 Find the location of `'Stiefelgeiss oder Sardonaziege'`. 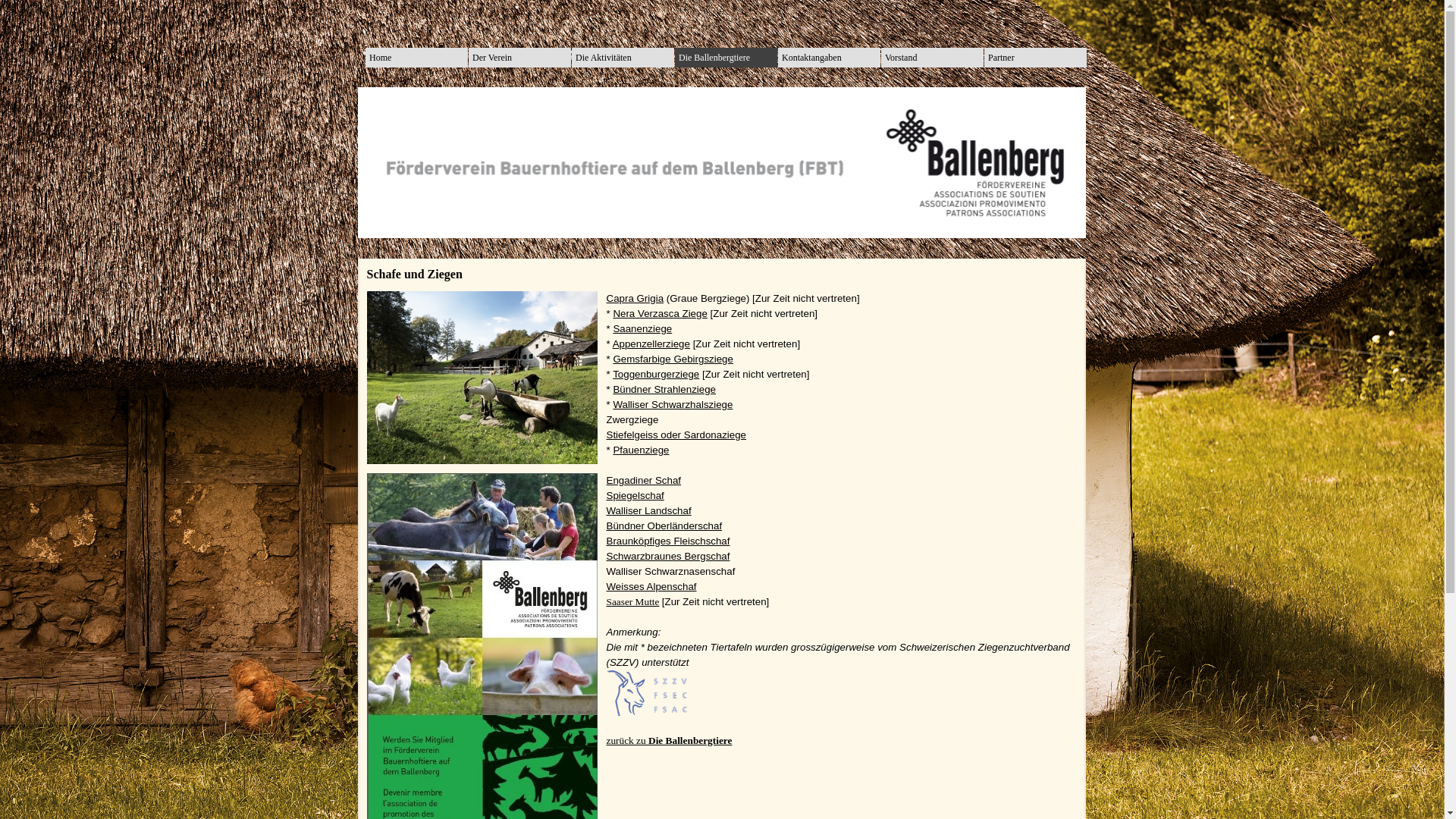

'Stiefelgeiss oder Sardonaziege' is located at coordinates (676, 435).